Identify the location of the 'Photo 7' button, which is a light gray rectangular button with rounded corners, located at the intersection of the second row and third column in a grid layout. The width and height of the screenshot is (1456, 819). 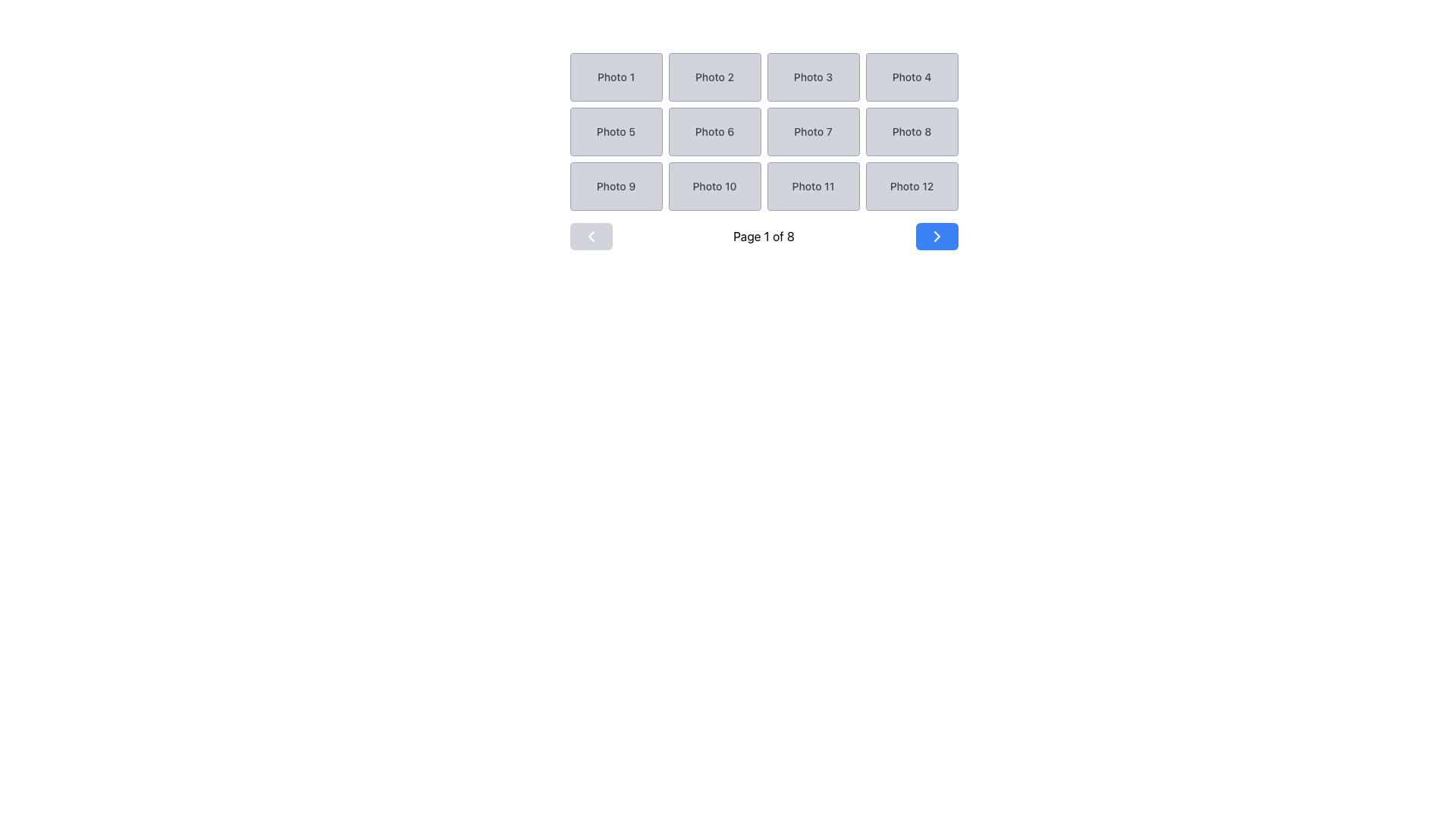
(812, 130).